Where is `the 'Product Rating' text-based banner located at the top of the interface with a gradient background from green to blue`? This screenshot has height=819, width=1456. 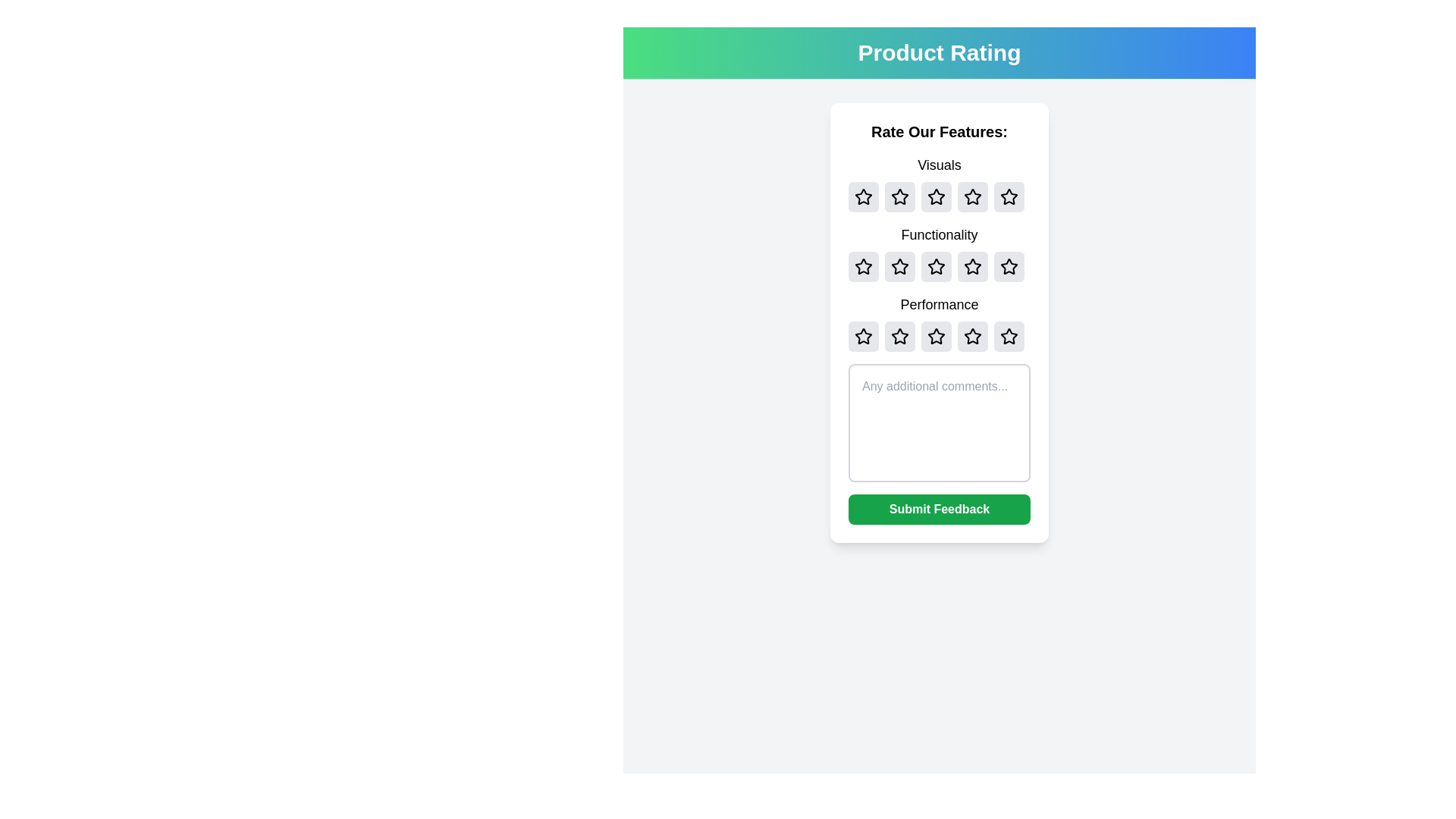
the 'Product Rating' text-based banner located at the top of the interface with a gradient background from green to blue is located at coordinates (938, 52).